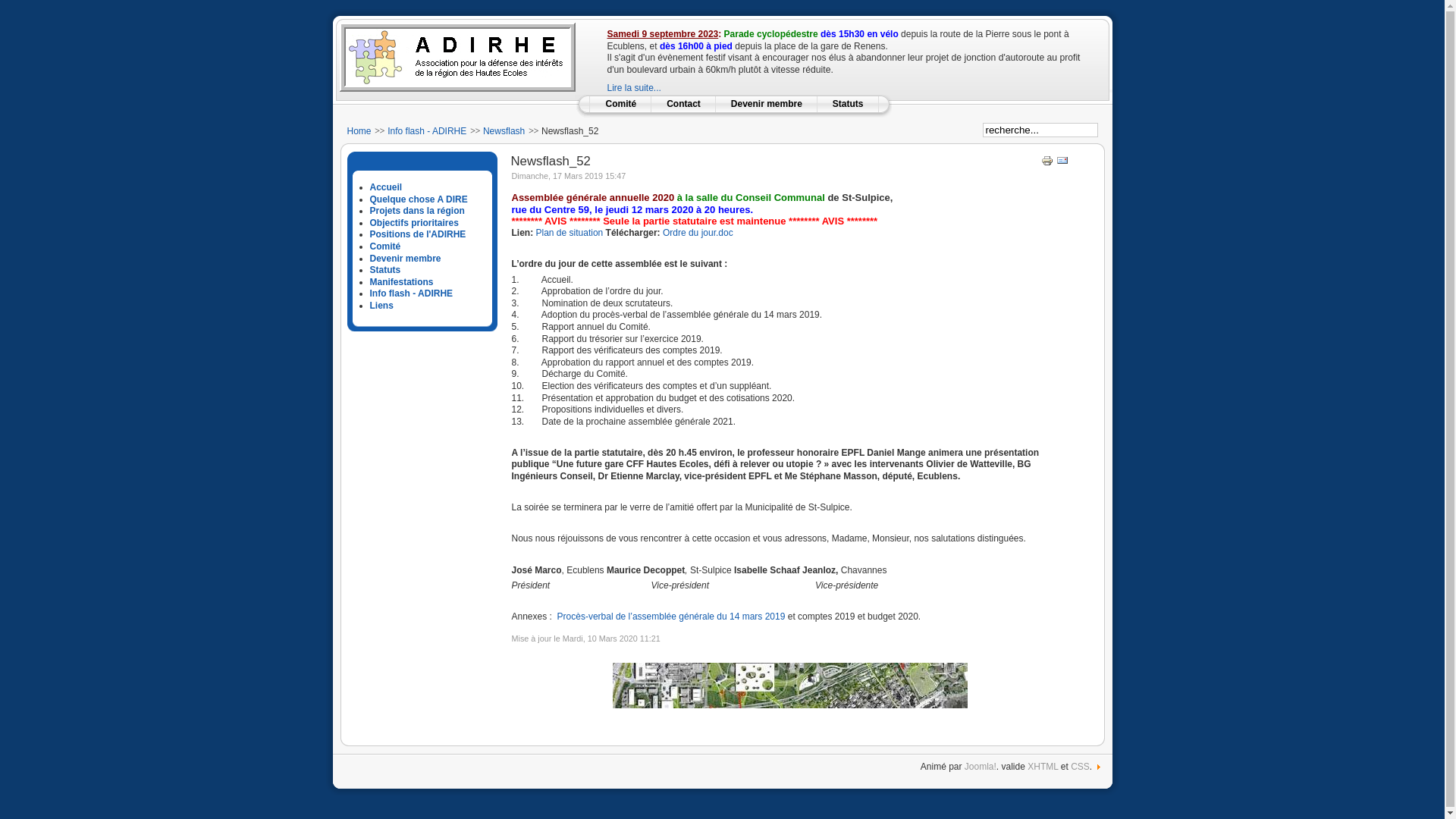 The width and height of the screenshot is (1456, 819). Describe the element at coordinates (980, 766) in the screenshot. I see `'Joomla!'` at that location.